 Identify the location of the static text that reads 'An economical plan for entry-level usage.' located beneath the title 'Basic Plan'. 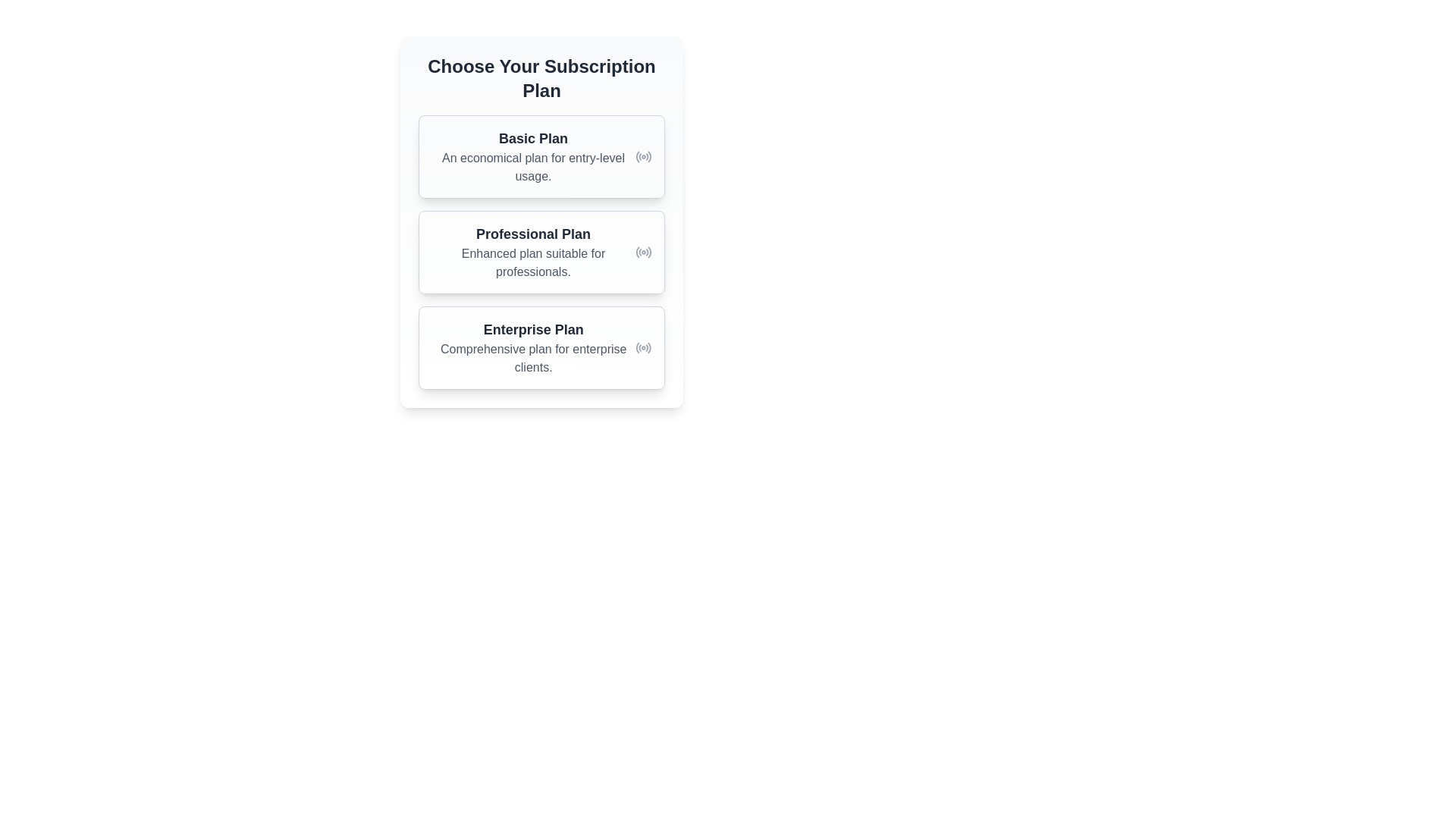
(533, 167).